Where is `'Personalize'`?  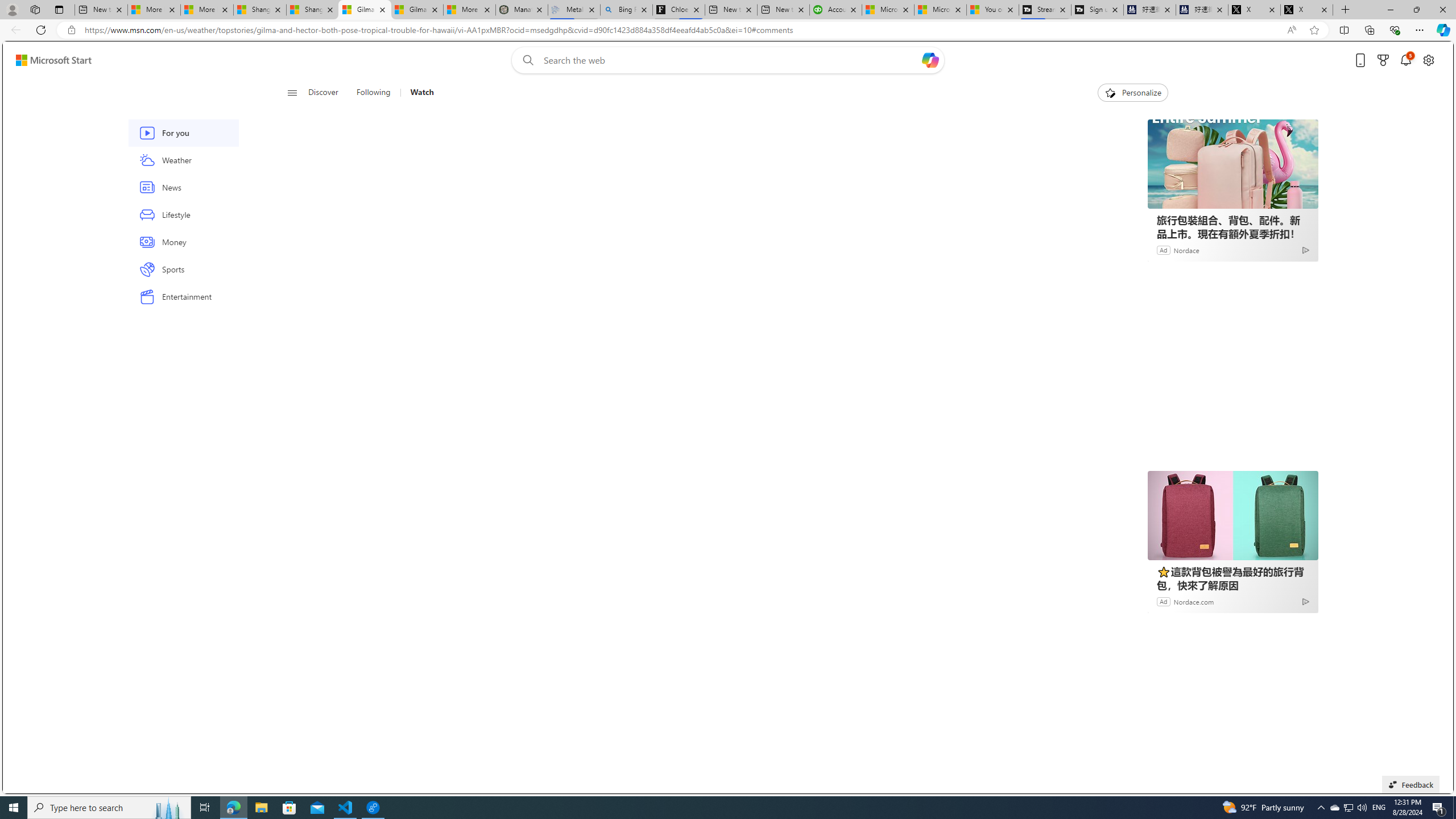
'Personalize' is located at coordinates (1132, 92).